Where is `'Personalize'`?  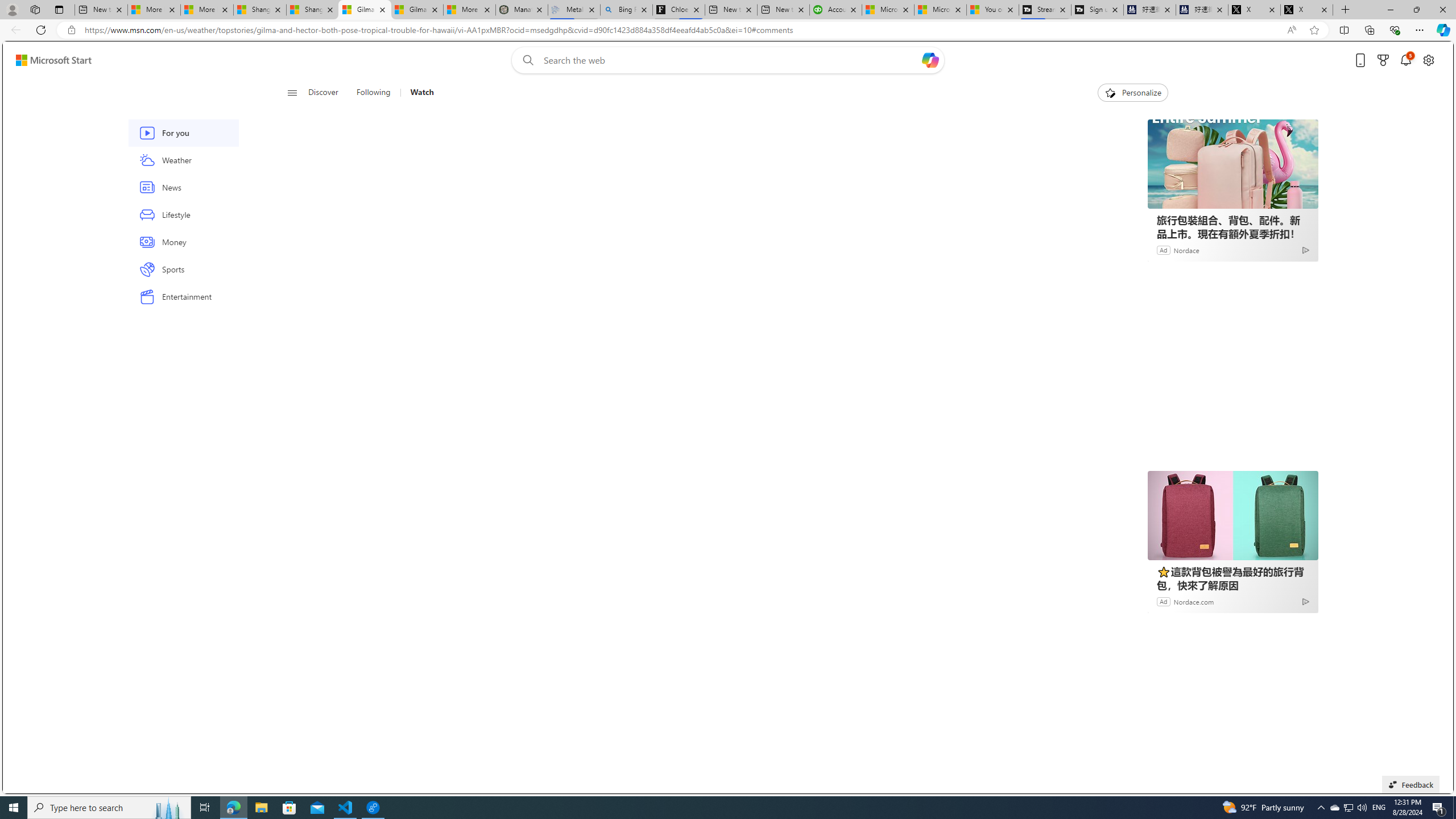
'Personalize' is located at coordinates (1132, 92).